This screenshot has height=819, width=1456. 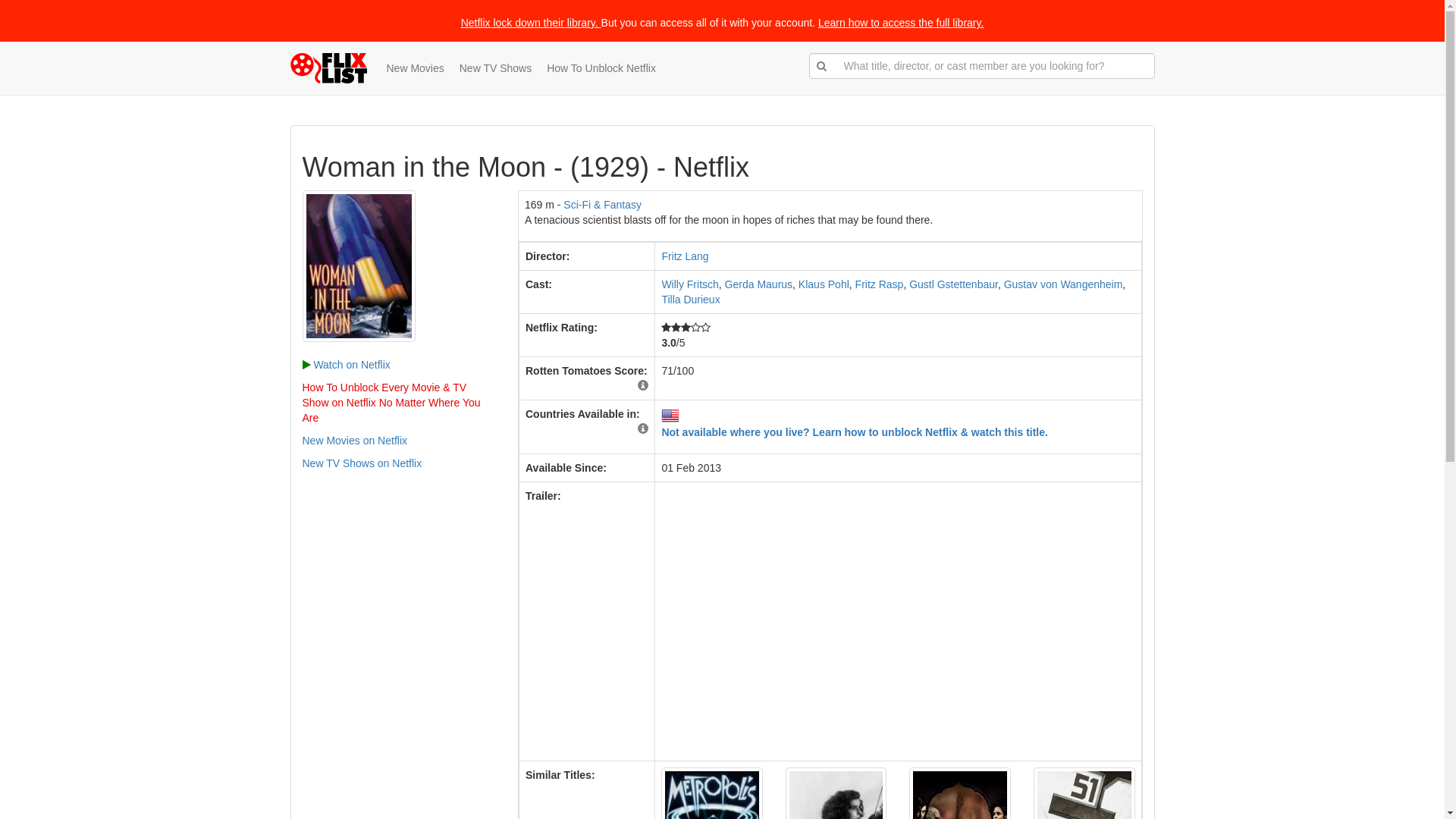 I want to click on 'Fritz Lang', so click(x=683, y=256).